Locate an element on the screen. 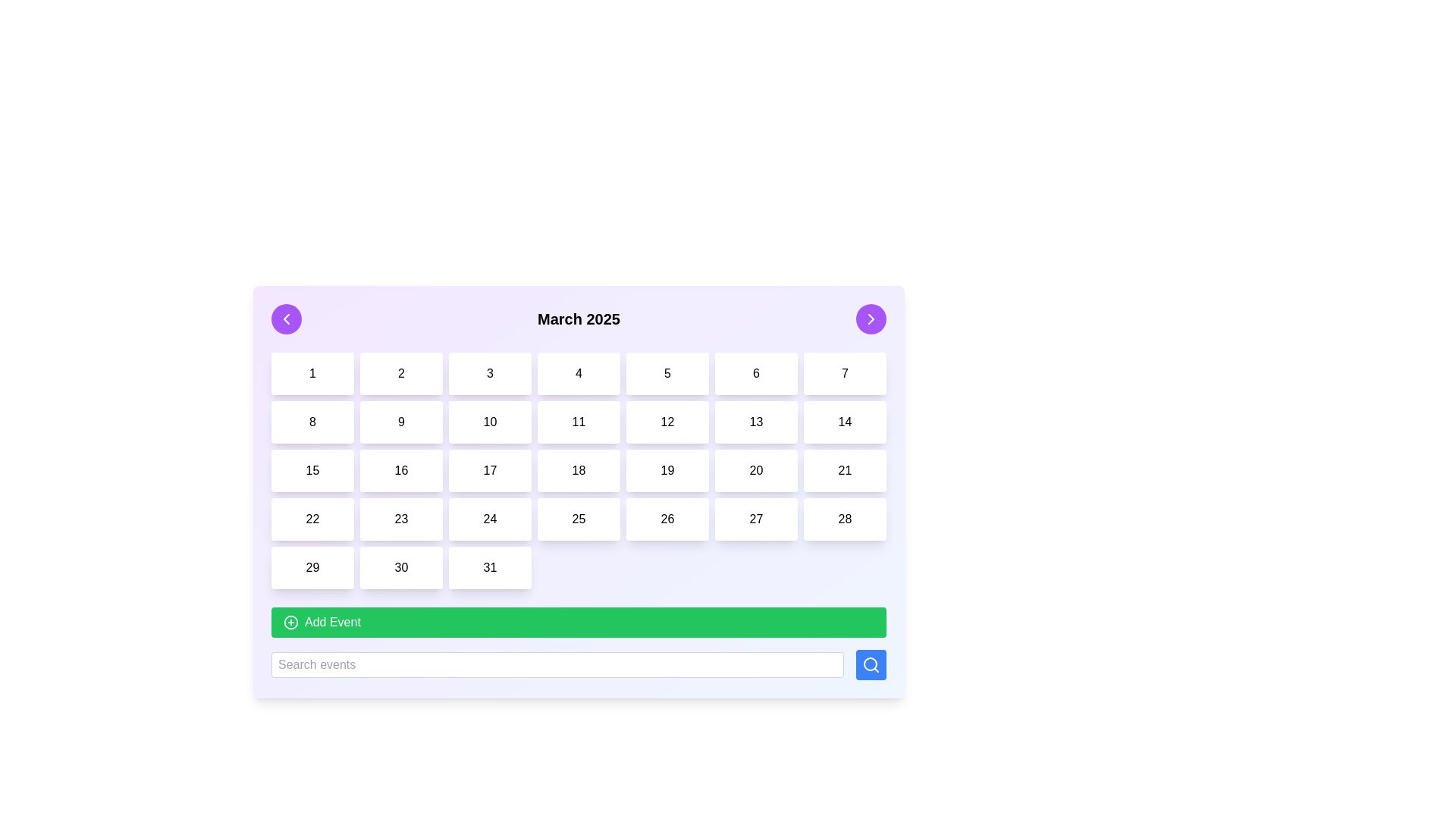 The width and height of the screenshot is (1456, 819). the circular graphic component of the magnifying glass icon representing search functionality, located in the bottom-right corner of the interface is located at coordinates (870, 663).